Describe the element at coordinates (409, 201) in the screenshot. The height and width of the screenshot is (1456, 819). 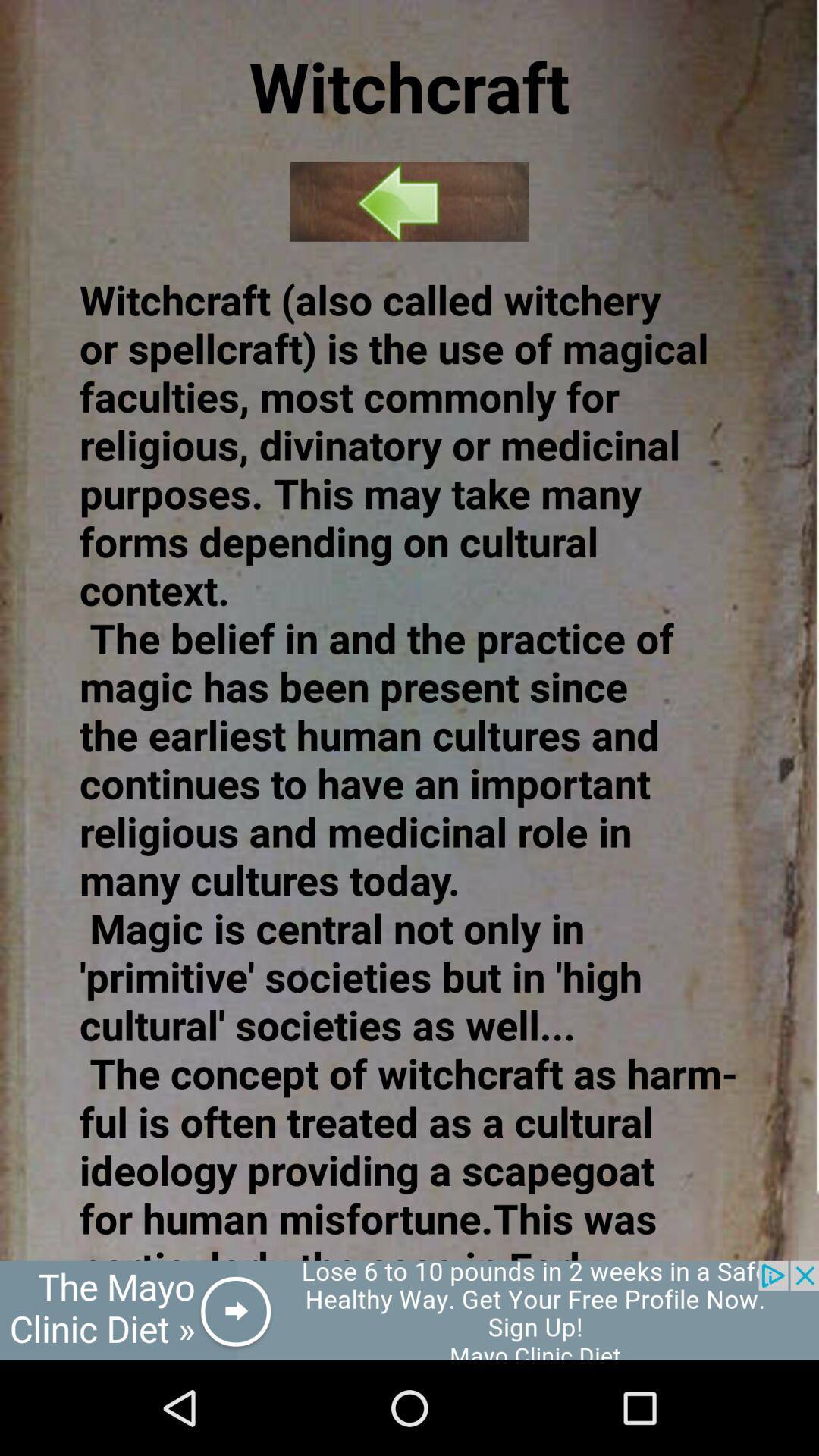
I see `next` at that location.